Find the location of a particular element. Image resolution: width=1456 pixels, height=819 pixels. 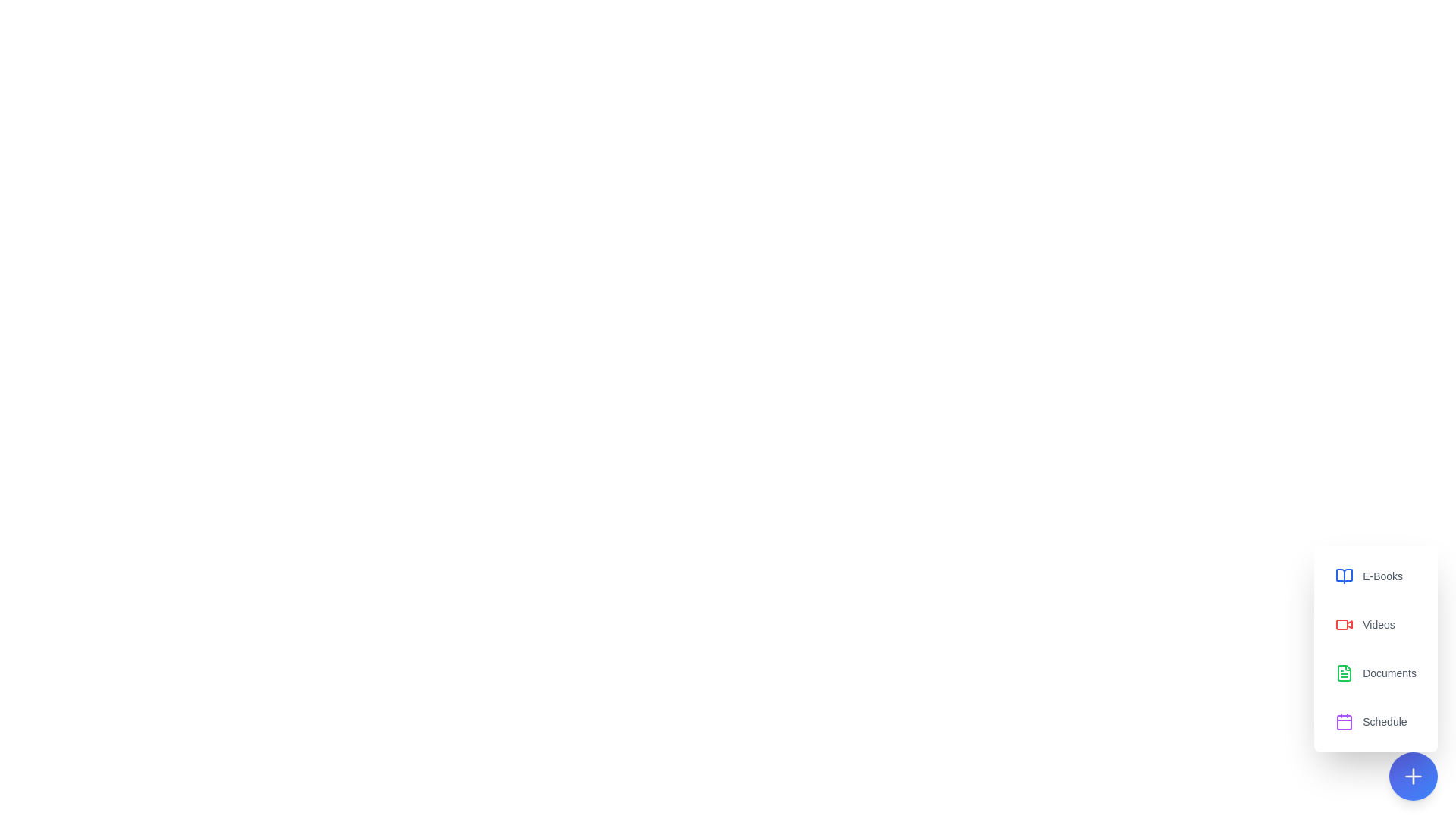

the floating action button to toggle the visibility of the resource menu is located at coordinates (1412, 776).